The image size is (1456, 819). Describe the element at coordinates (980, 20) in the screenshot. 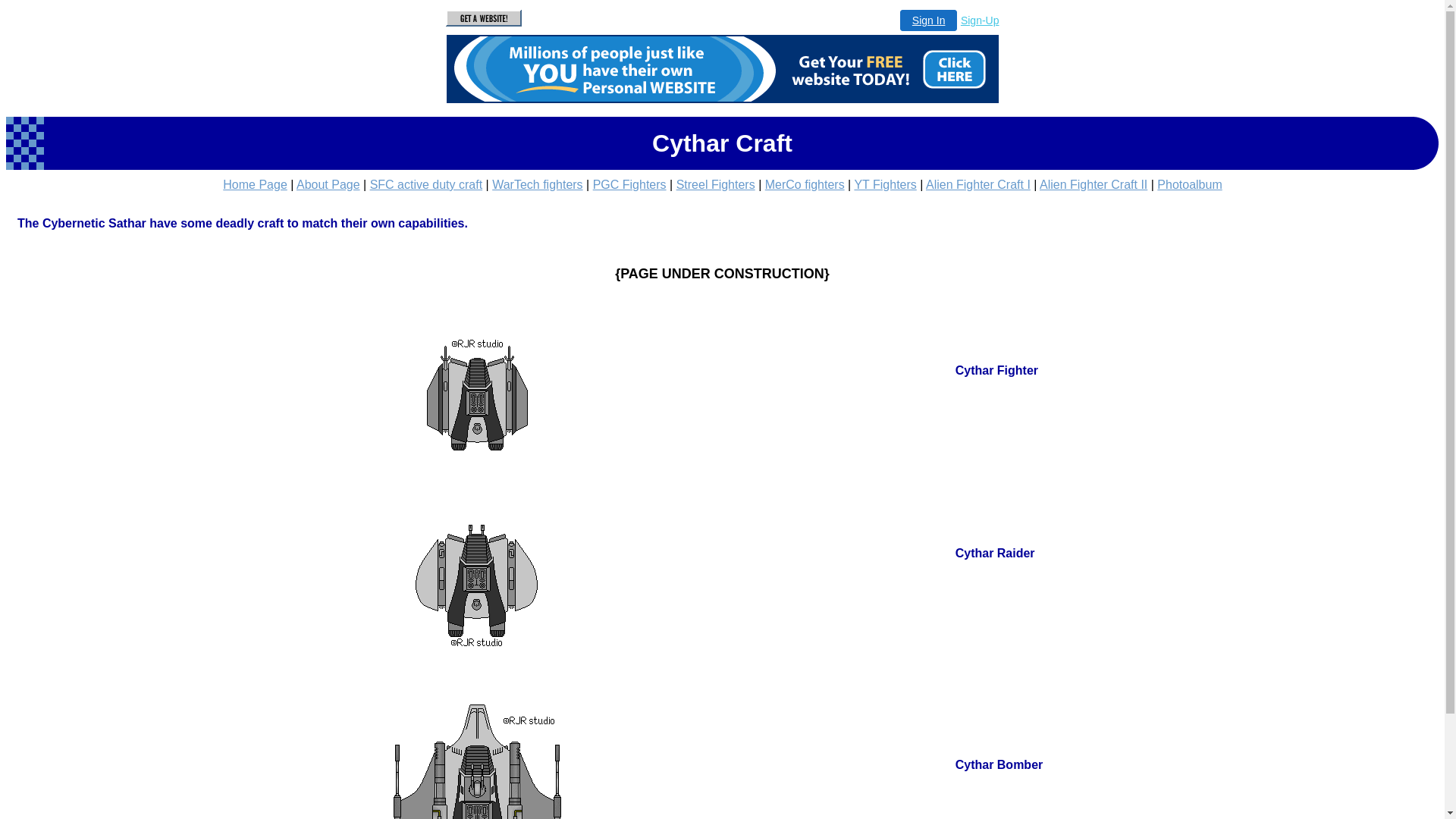

I see `'Sign-Up'` at that location.